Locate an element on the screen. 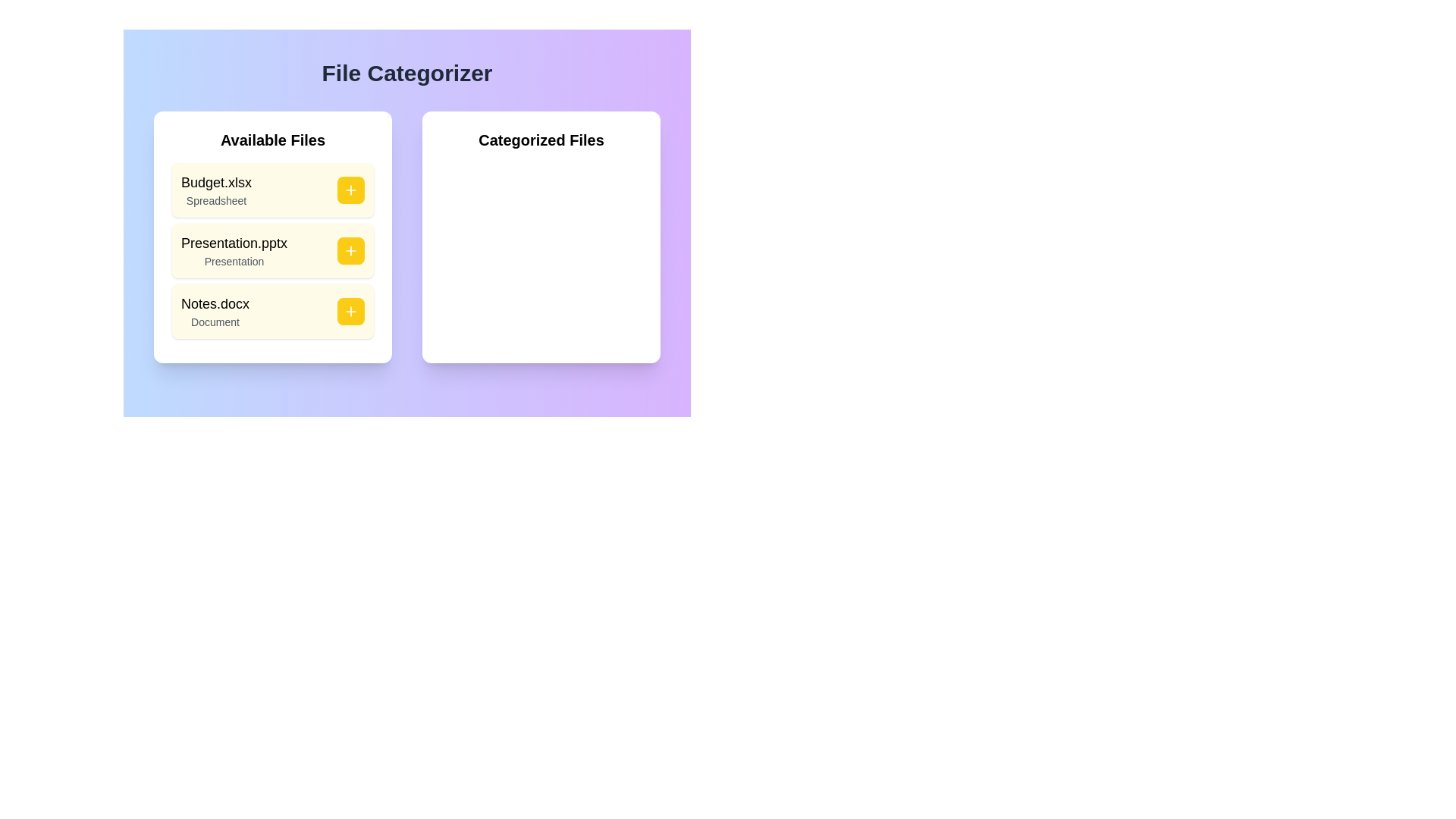  the interactive button associated with 'Notes.docx' located in the bottom-right corner of the third row in the 'Available Files' section is located at coordinates (350, 311).